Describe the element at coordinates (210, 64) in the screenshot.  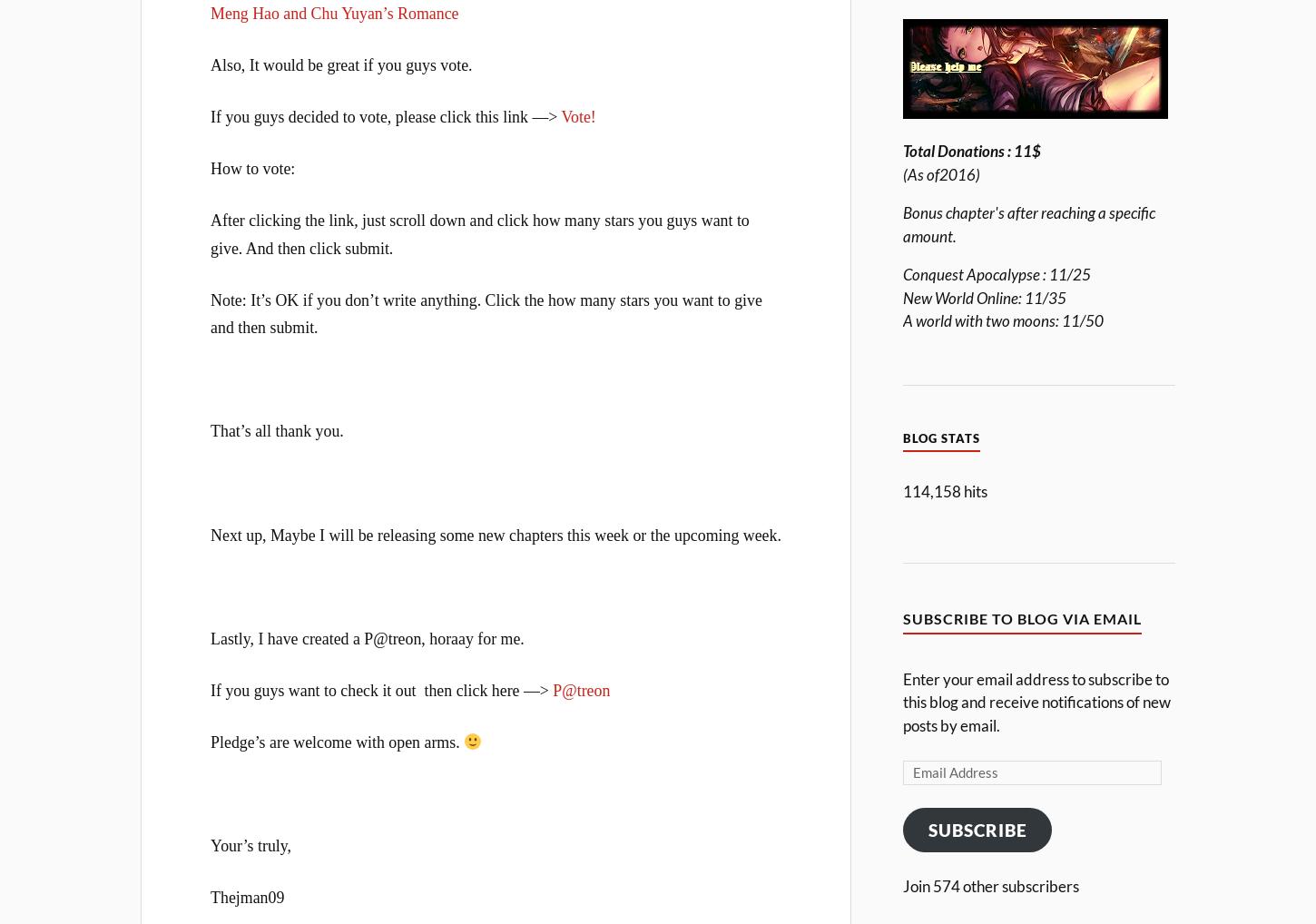
I see `'Also, It would be great if you guys vote.'` at that location.